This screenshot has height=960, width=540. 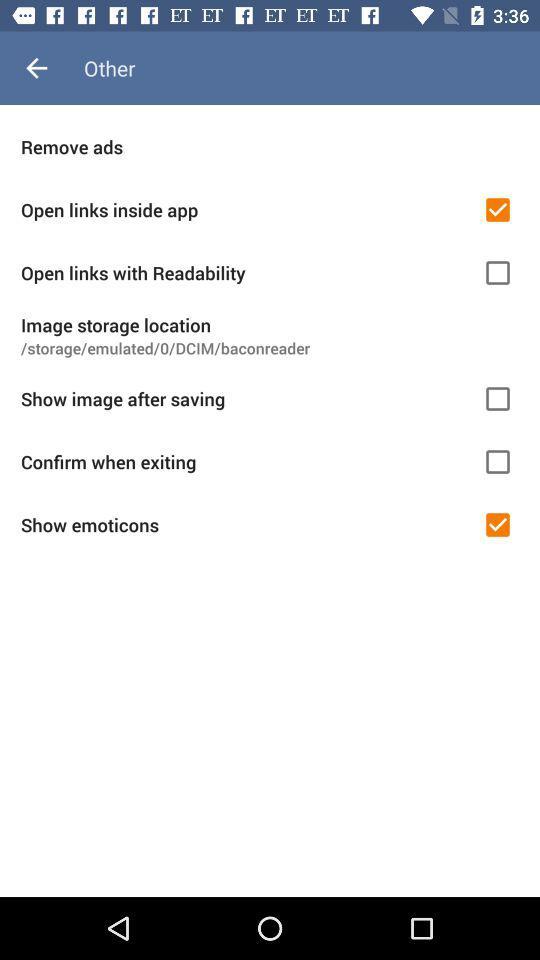 I want to click on image storage location item, so click(x=270, y=325).